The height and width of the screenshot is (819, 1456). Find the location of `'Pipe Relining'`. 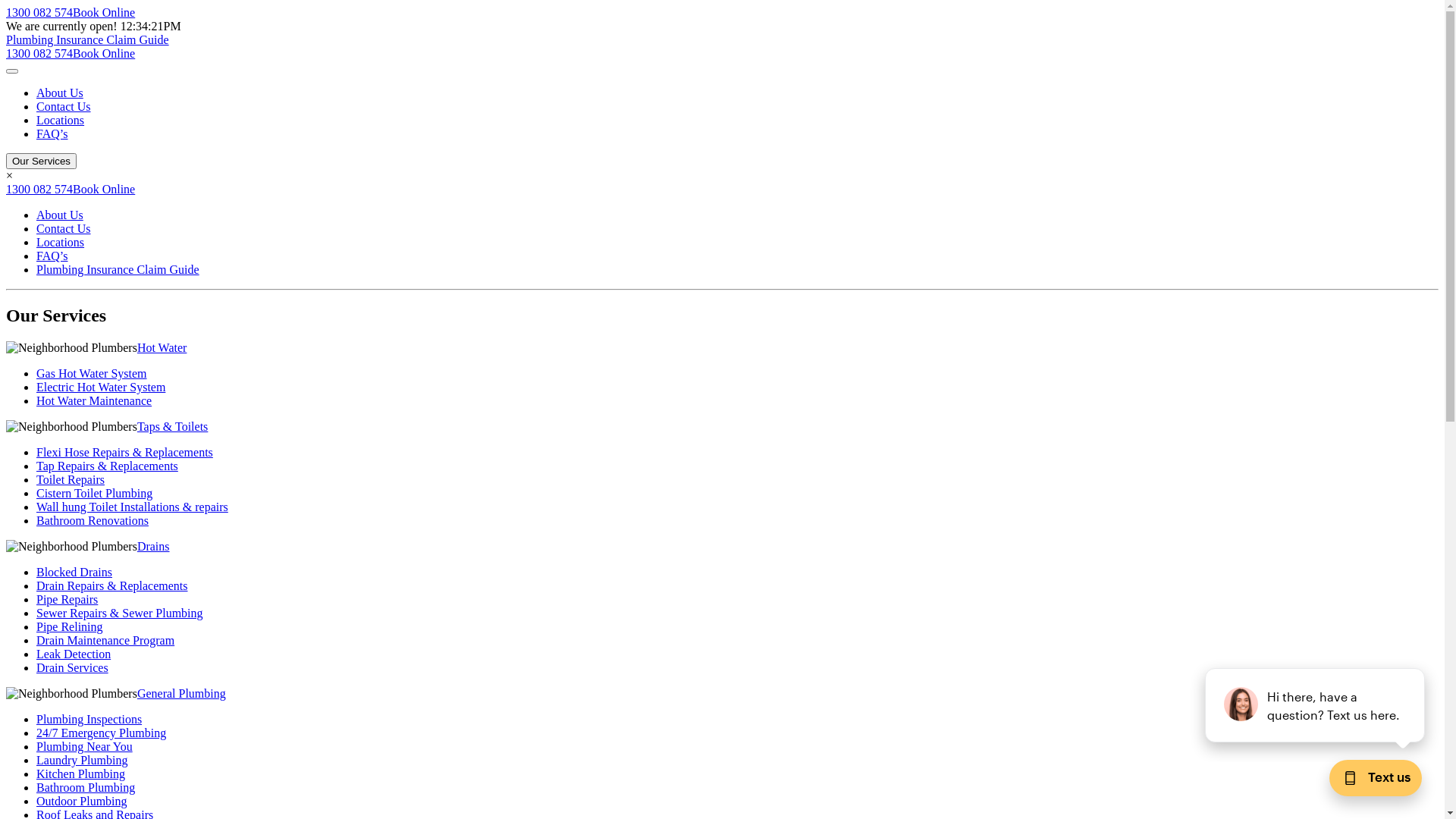

'Pipe Relining' is located at coordinates (68, 626).